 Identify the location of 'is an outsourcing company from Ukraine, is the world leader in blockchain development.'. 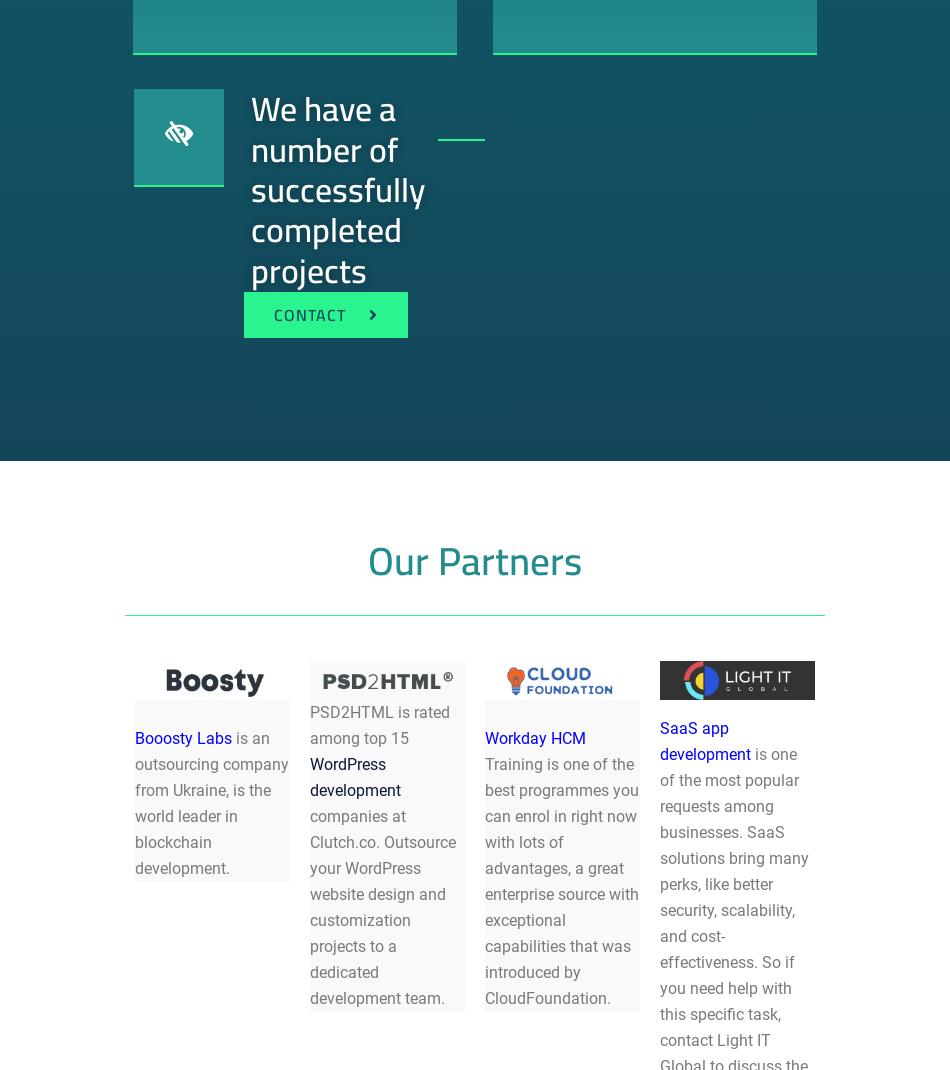
(212, 801).